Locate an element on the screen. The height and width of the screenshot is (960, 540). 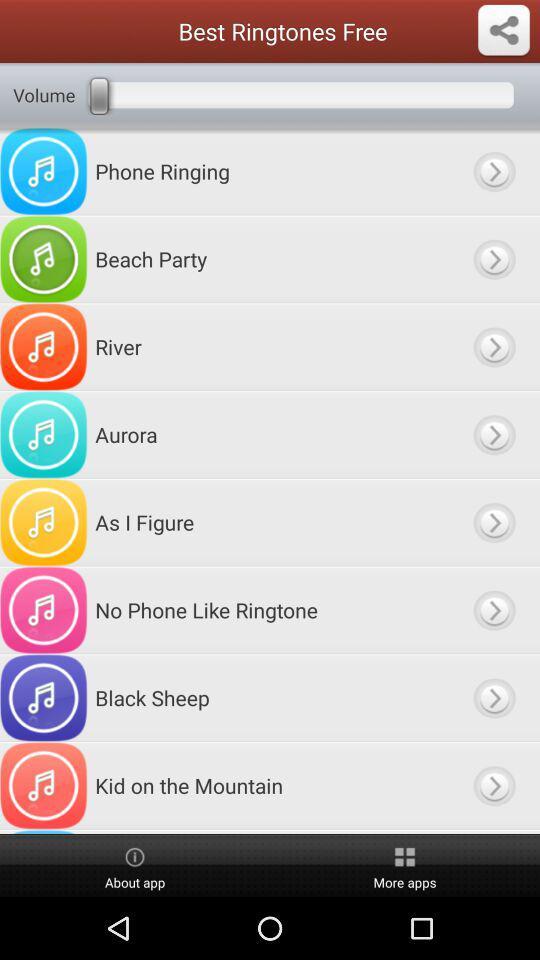
option is located at coordinates (493, 347).